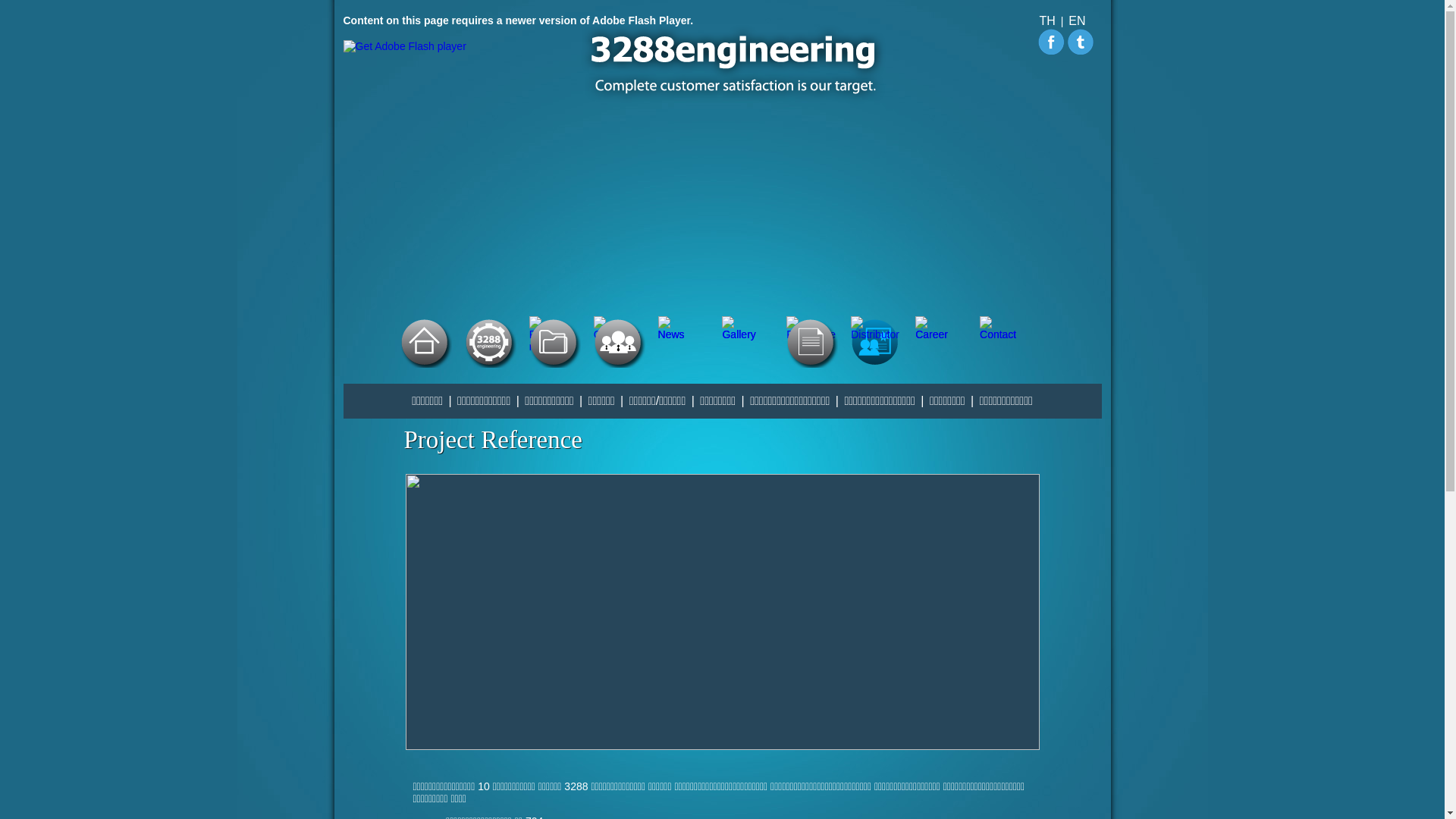  What do you see at coordinates (1076, 20) in the screenshot?
I see `'EN'` at bounding box center [1076, 20].